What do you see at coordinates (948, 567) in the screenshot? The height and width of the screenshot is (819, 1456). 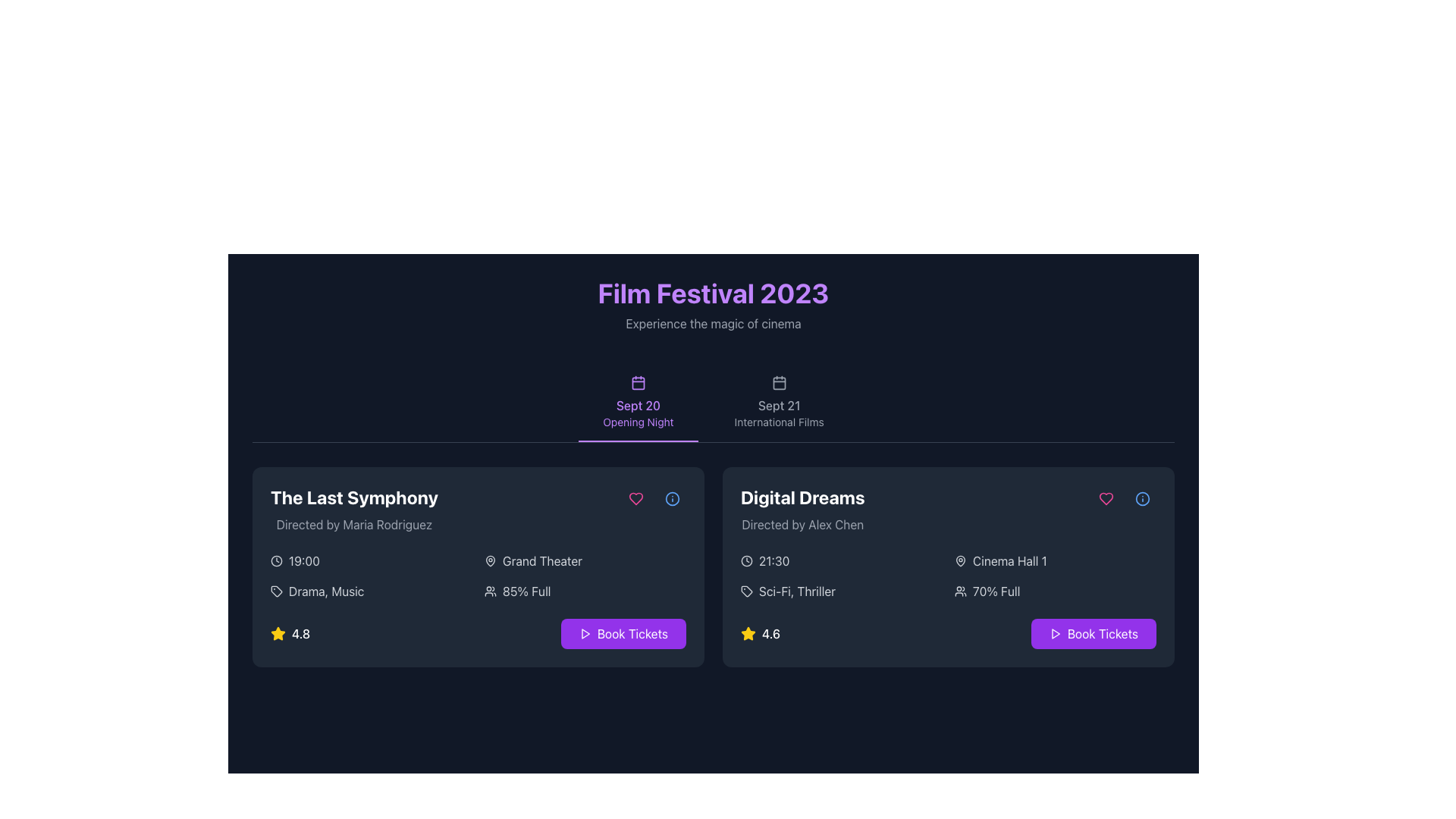 I see `details of the movie presented in the card labeled 'Digital Dreams', which includes the title, subtitle, showtime, cinema hall, genre, occupancy, and rating` at bounding box center [948, 567].